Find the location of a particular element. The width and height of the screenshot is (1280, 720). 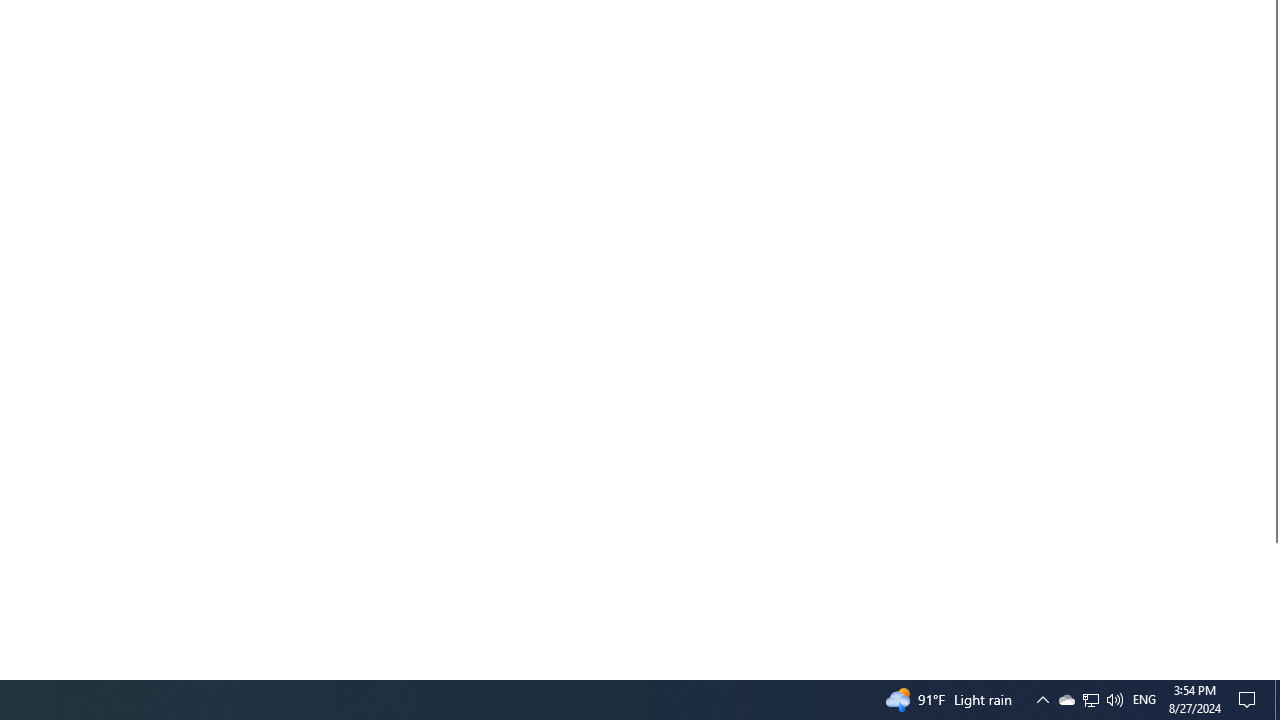

'Tray Input Indicator - English (United States)' is located at coordinates (1090, 698).